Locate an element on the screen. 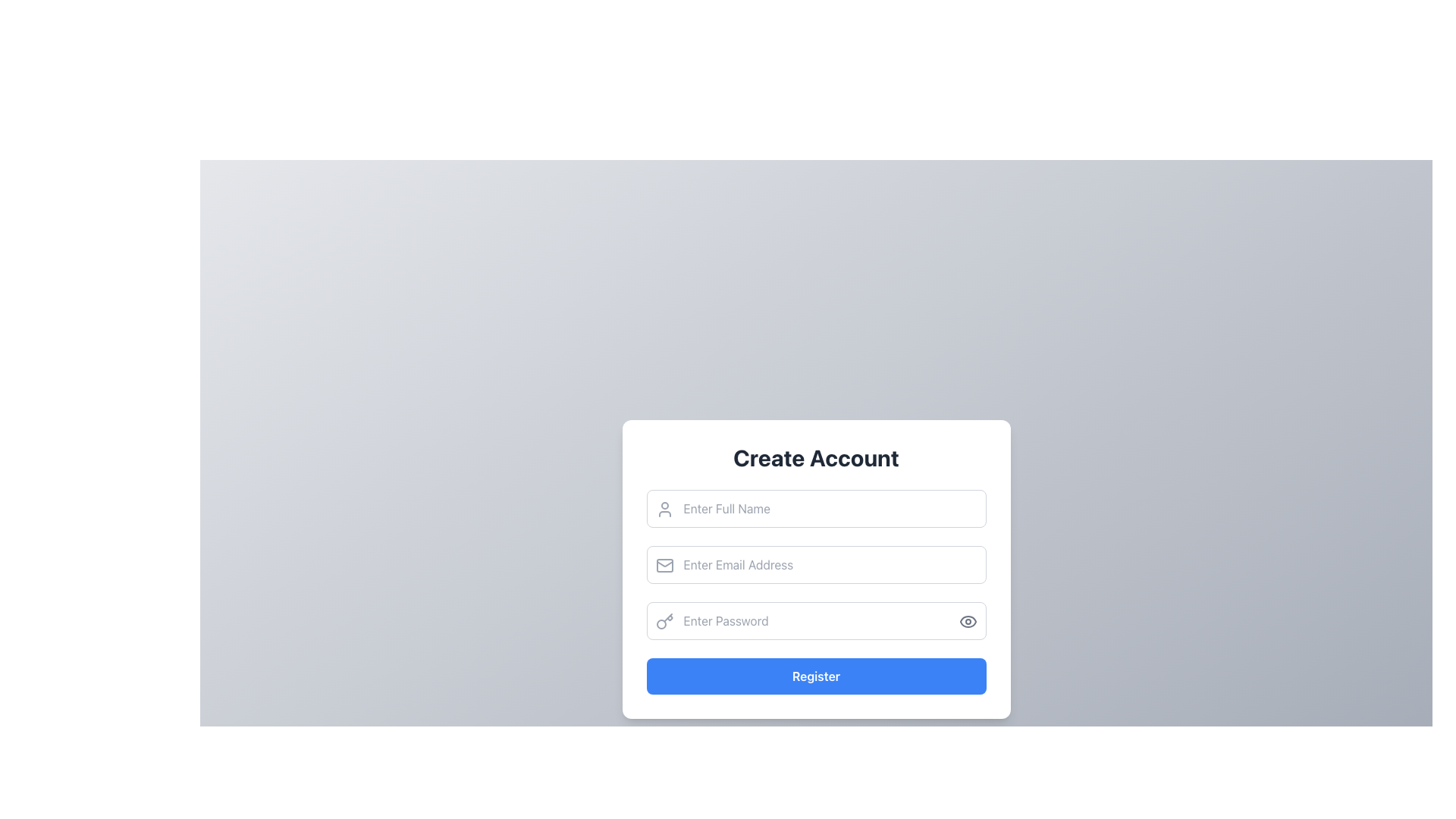 This screenshot has height=819, width=1456. the triangular flap of the envelope icon located to the left of the 'Enter Email Address' input field is located at coordinates (664, 564).